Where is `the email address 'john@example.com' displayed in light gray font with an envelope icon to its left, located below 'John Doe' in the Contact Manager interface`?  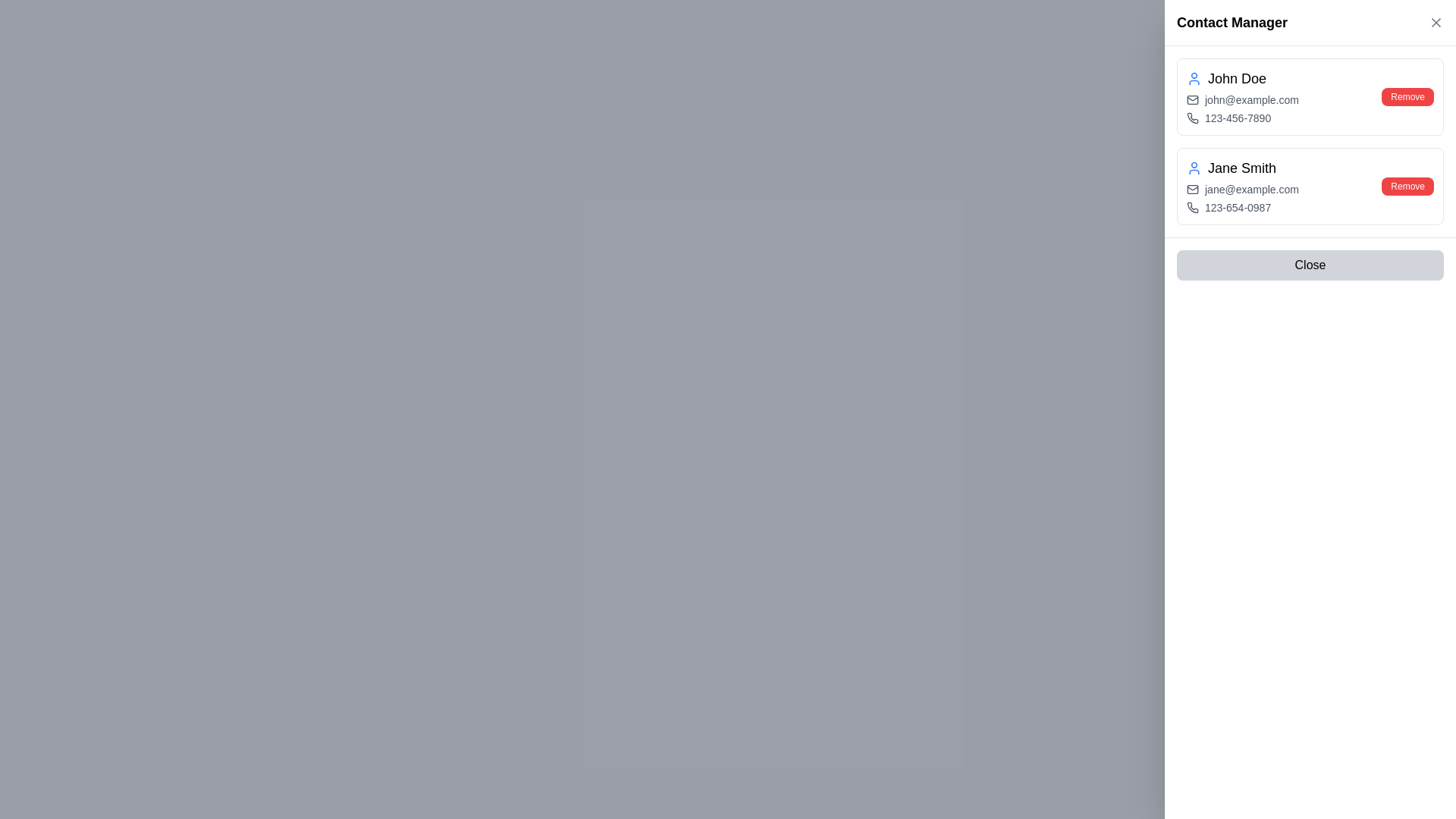
the email address 'john@example.com' displayed in light gray font with an envelope icon to its left, located below 'John Doe' in the Contact Manager interface is located at coordinates (1242, 99).